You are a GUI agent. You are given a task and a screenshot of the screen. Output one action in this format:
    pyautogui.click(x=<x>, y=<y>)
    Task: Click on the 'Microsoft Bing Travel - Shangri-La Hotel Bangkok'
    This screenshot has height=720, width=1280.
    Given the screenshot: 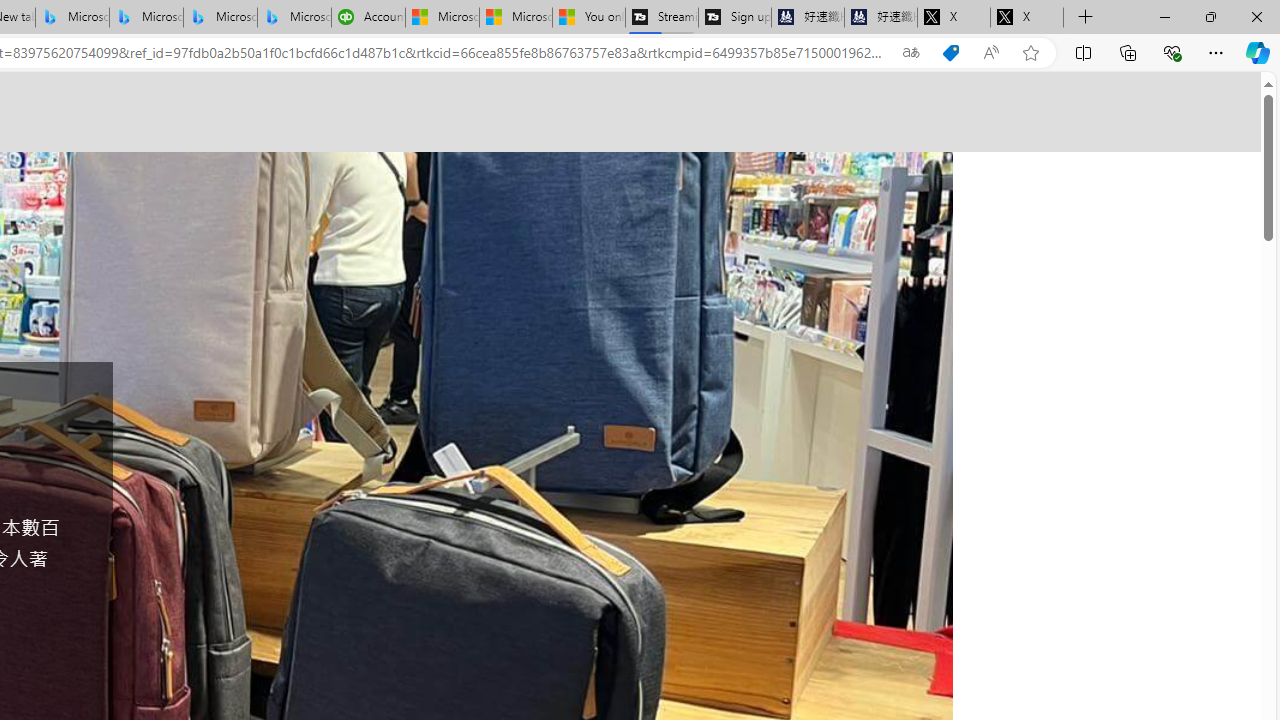 What is the action you would take?
    pyautogui.click(x=294, y=17)
    